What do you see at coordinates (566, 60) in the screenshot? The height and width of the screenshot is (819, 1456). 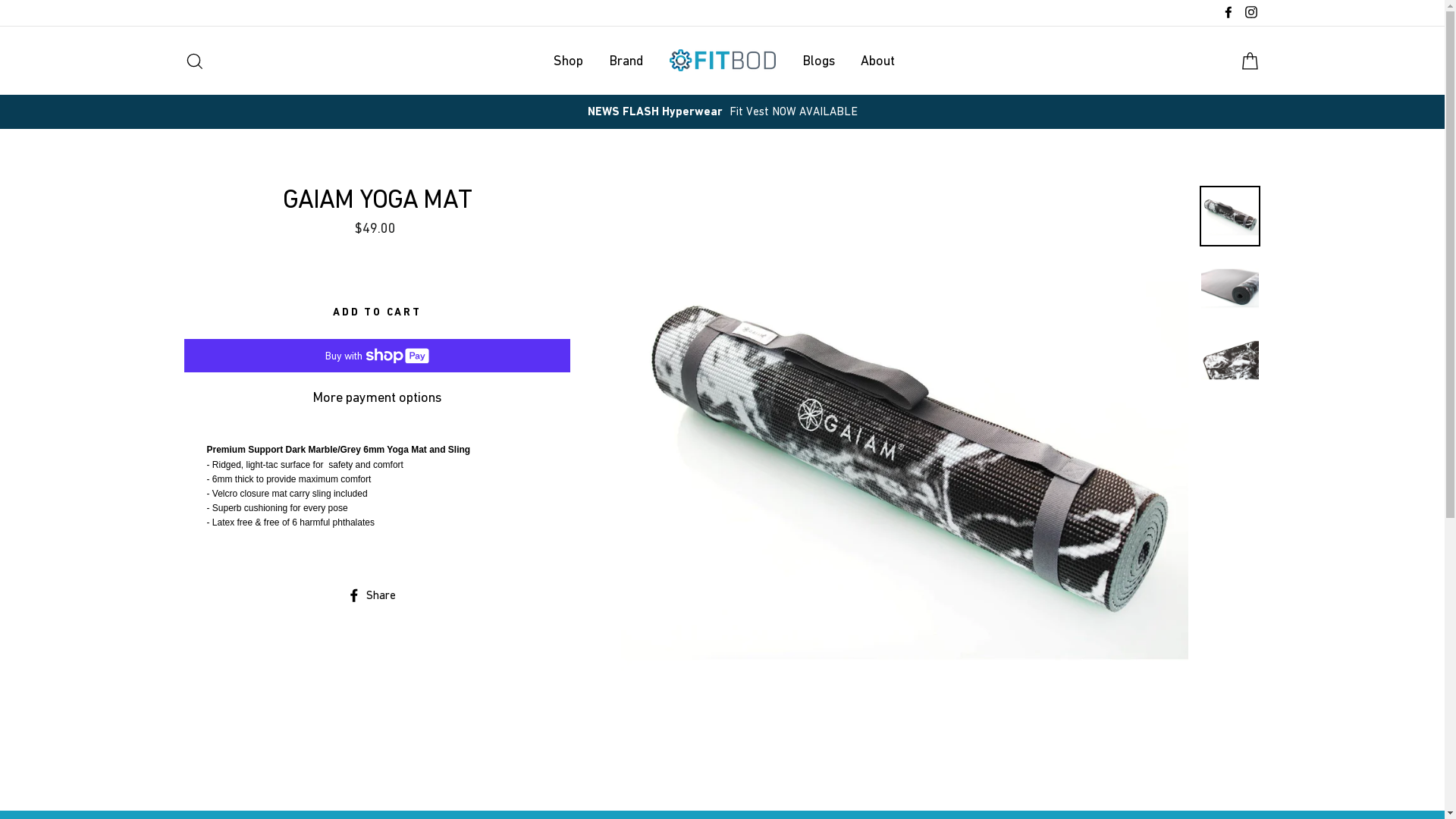 I see `'Shop'` at bounding box center [566, 60].